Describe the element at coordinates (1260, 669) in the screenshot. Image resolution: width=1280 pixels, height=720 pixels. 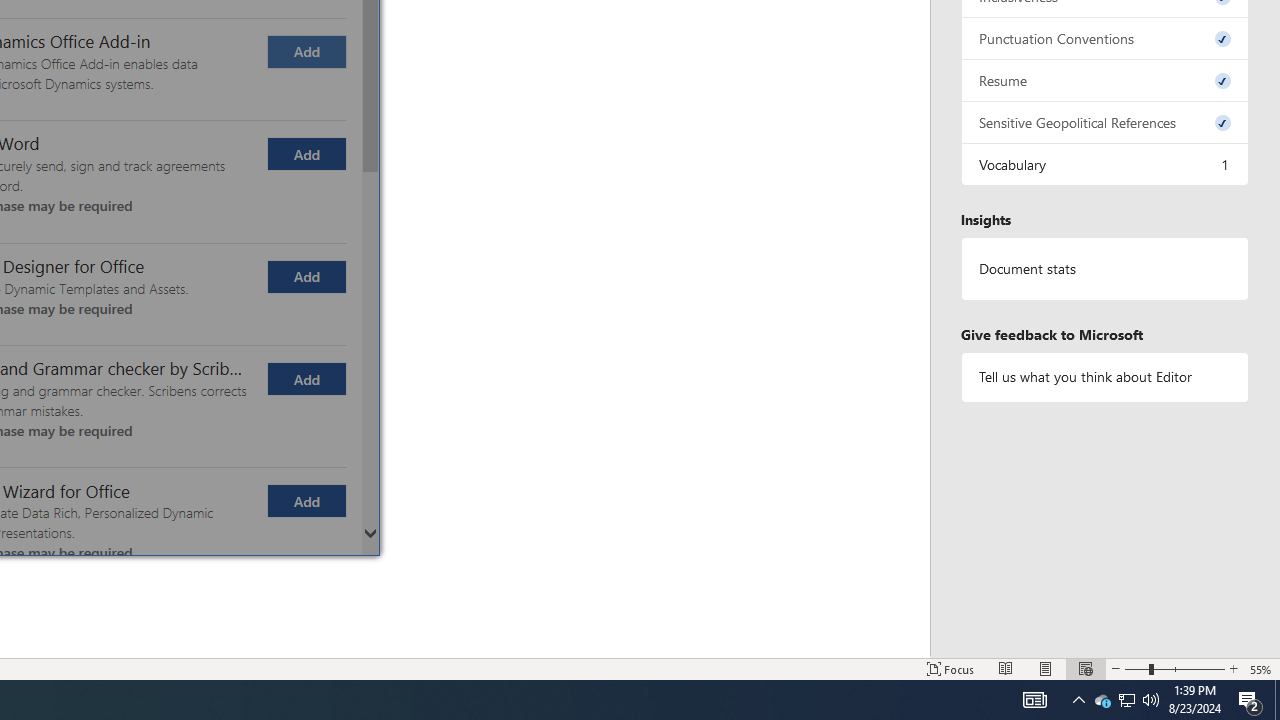
I see `'Zoom 55%'` at that location.